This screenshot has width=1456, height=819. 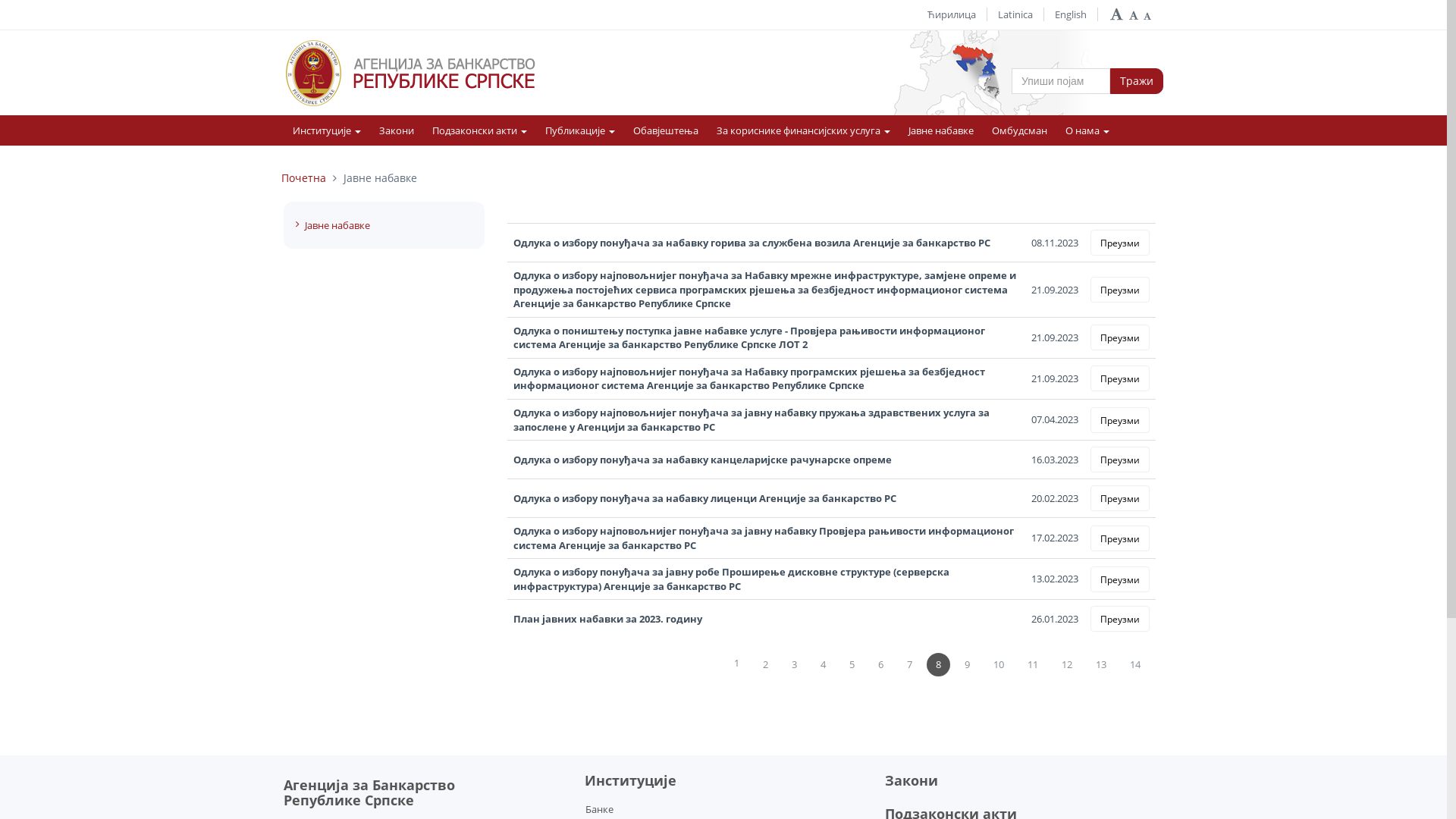 What do you see at coordinates (822, 664) in the screenshot?
I see `'4'` at bounding box center [822, 664].